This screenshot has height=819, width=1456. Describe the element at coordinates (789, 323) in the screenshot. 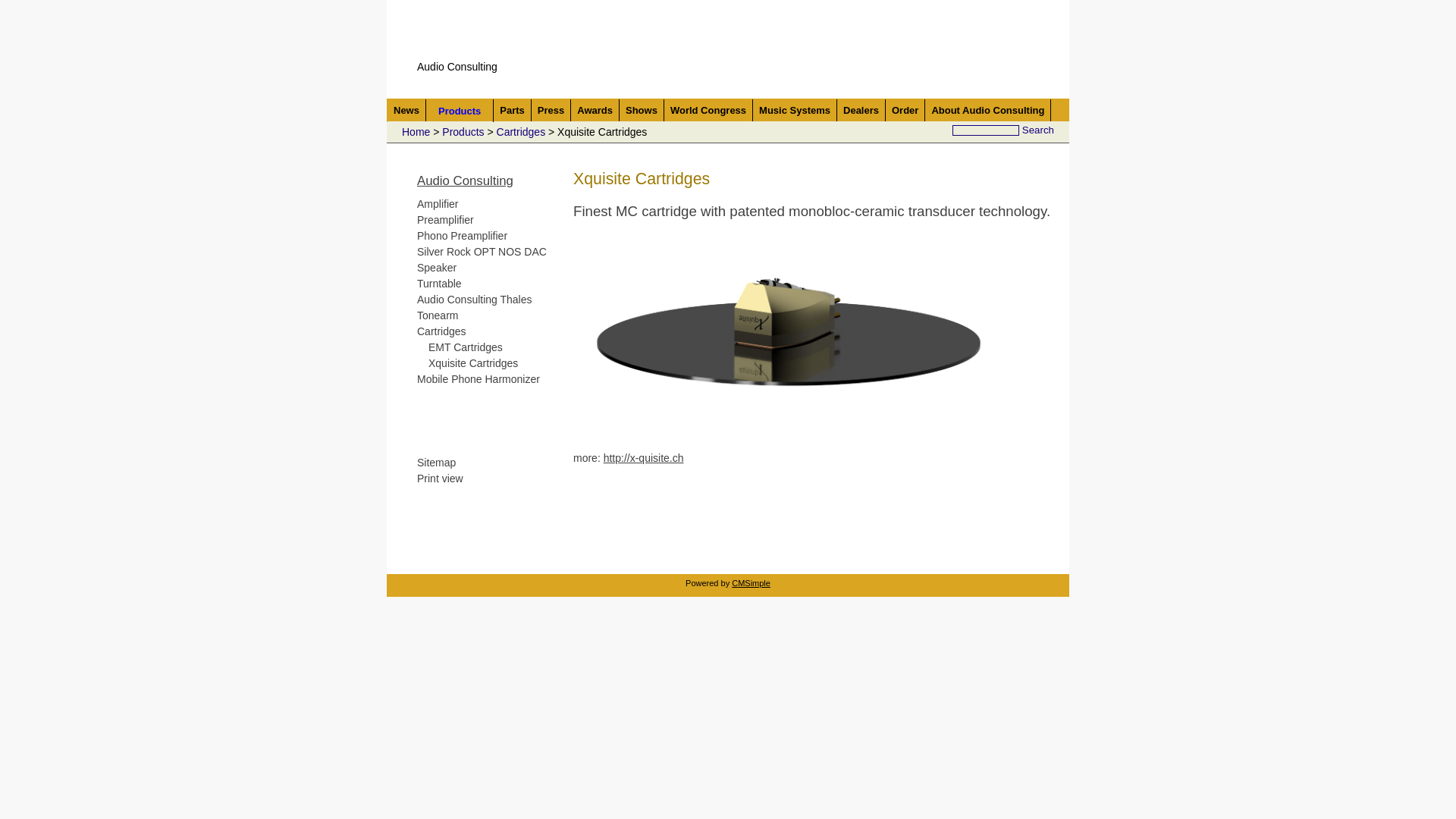

I see `'Xquisite Cartrige'` at that location.